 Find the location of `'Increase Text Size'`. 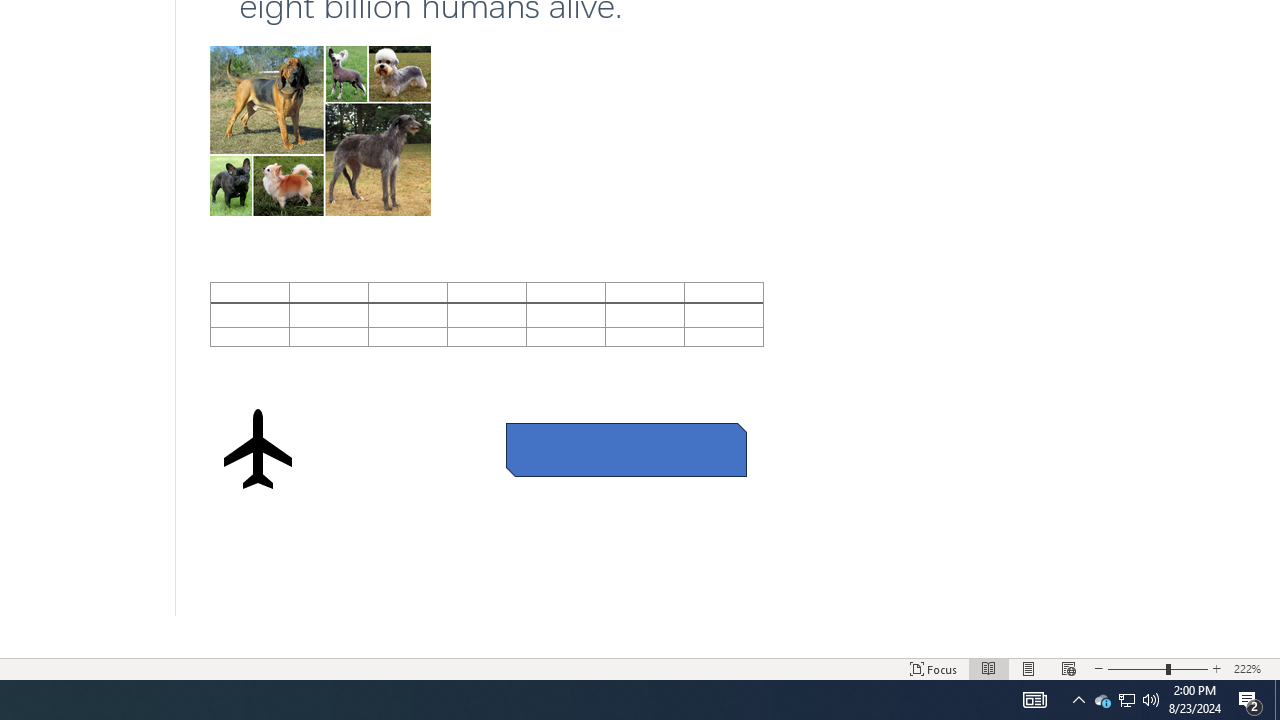

'Increase Text Size' is located at coordinates (1216, 669).